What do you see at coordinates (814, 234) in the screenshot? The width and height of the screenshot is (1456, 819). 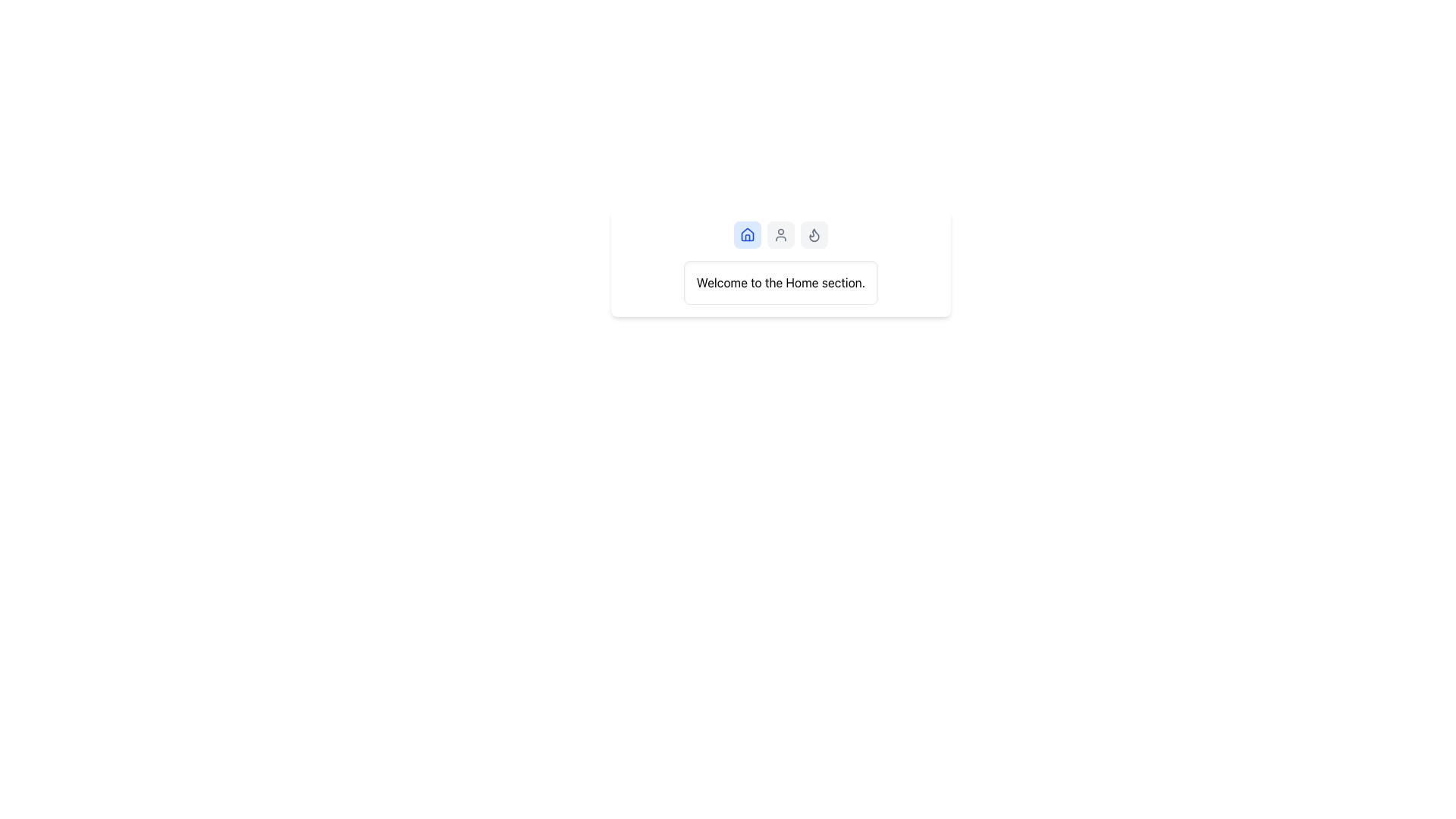 I see `the flame-shaped icon located in the fourth position of a horizontal group of icons, styled with a minimalistic outline, just above the text 'Welcome to the Home section.'` at bounding box center [814, 234].